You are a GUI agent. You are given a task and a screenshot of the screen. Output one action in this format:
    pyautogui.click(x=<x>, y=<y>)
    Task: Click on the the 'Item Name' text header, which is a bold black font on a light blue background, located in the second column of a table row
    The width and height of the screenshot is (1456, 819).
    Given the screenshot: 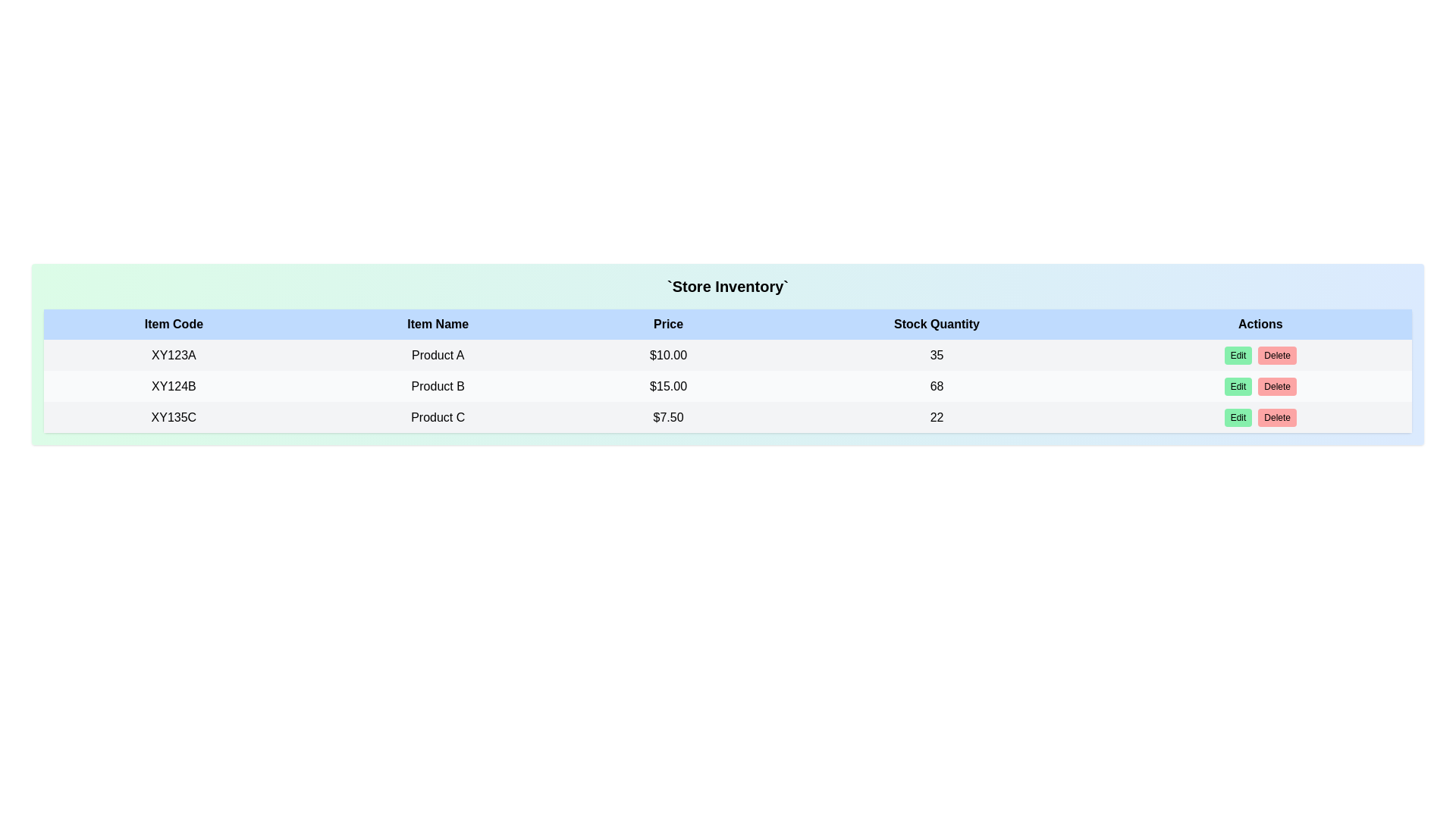 What is the action you would take?
    pyautogui.click(x=437, y=324)
    